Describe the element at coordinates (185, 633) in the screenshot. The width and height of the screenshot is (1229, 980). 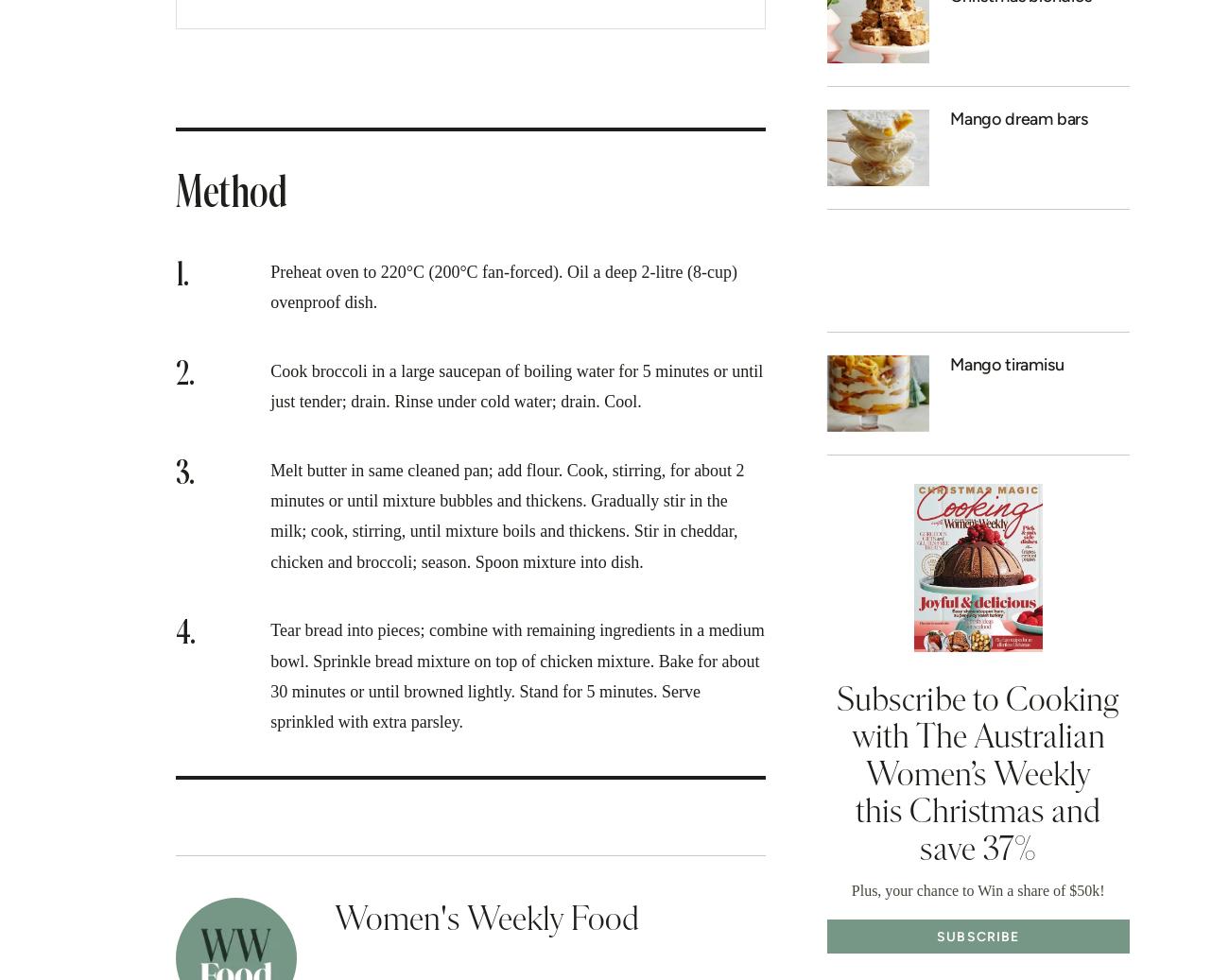
I see `'4.'` at that location.